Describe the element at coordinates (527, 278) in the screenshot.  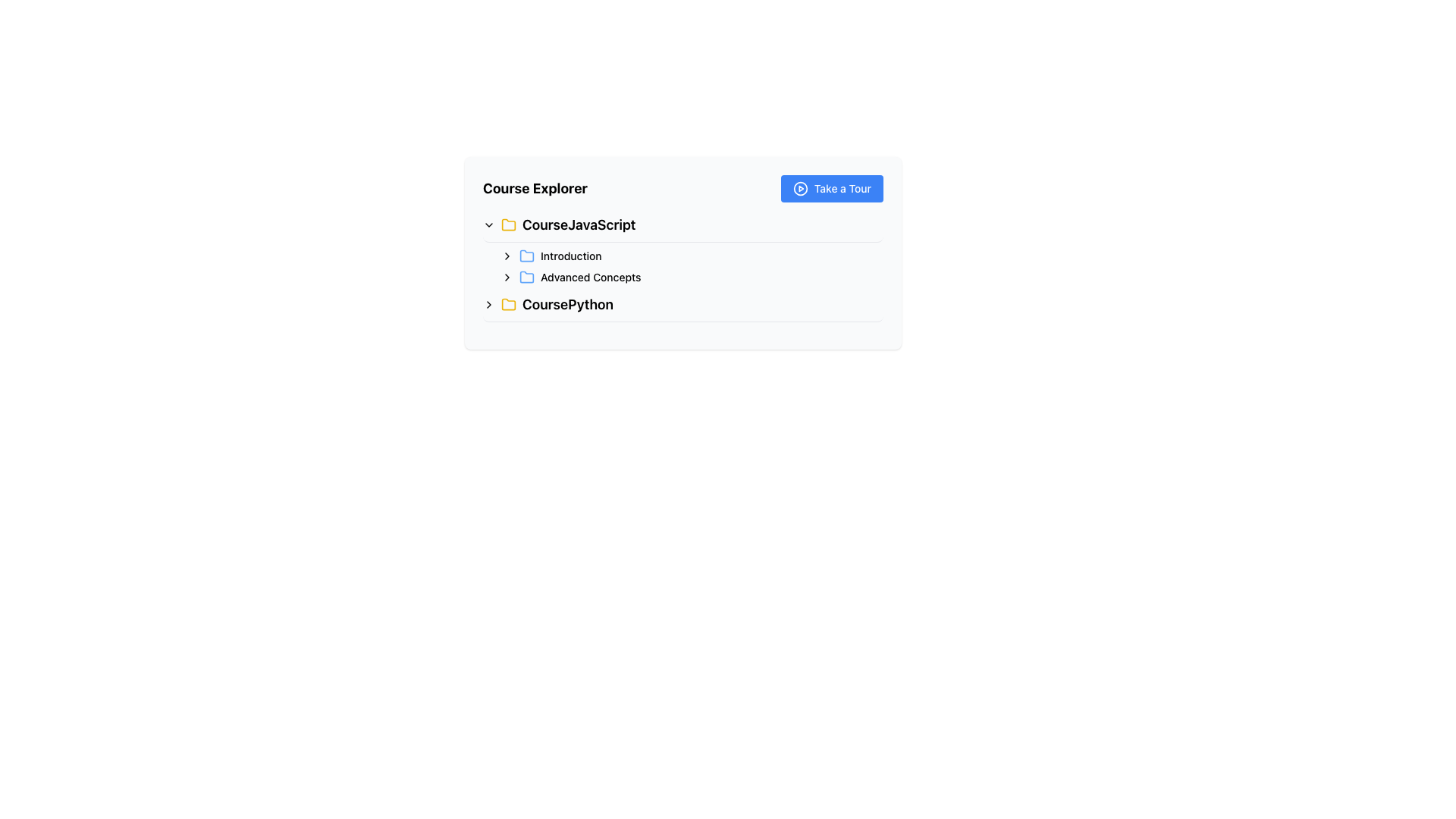
I see `the icon associated with the 'Advanced Concepts' folder in the 'Course Explorer' menu to interact with it and reveal its contents` at that location.